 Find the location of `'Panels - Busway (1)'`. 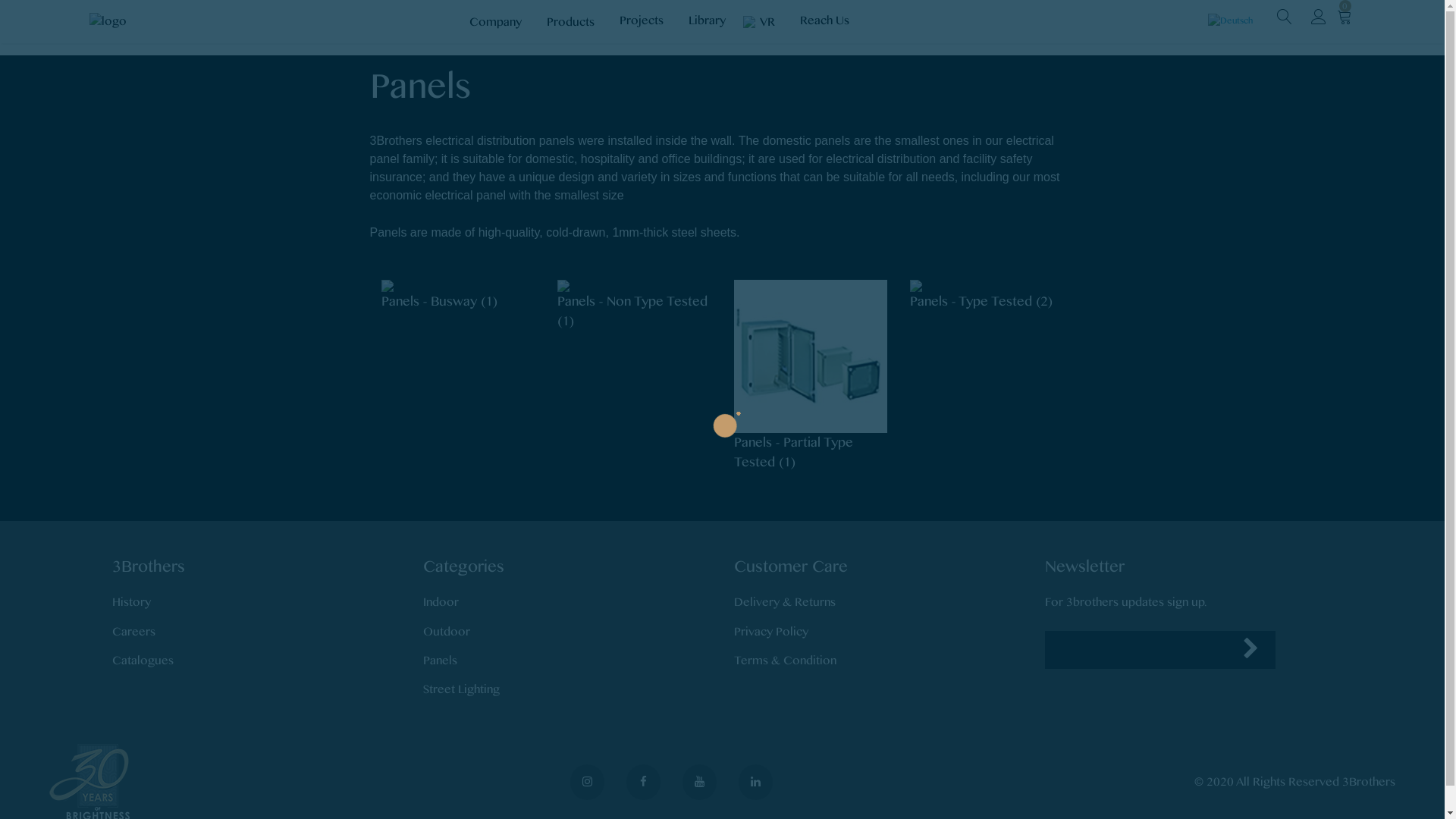

'Panels - Busway (1)' is located at coordinates (457, 294).